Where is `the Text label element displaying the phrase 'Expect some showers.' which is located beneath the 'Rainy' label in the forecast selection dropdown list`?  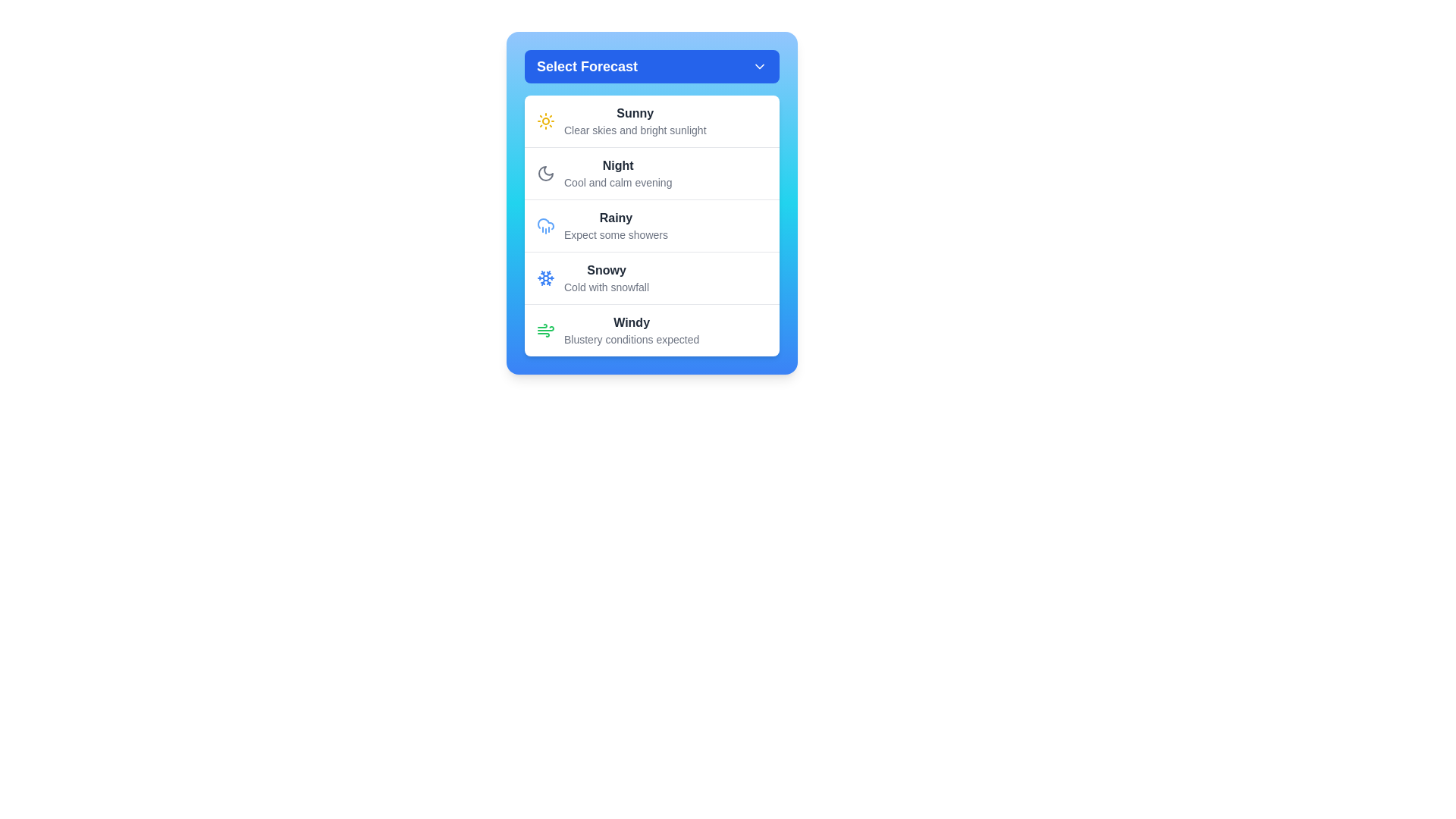 the Text label element displaying the phrase 'Expect some showers.' which is located beneath the 'Rainy' label in the forecast selection dropdown list is located at coordinates (616, 234).